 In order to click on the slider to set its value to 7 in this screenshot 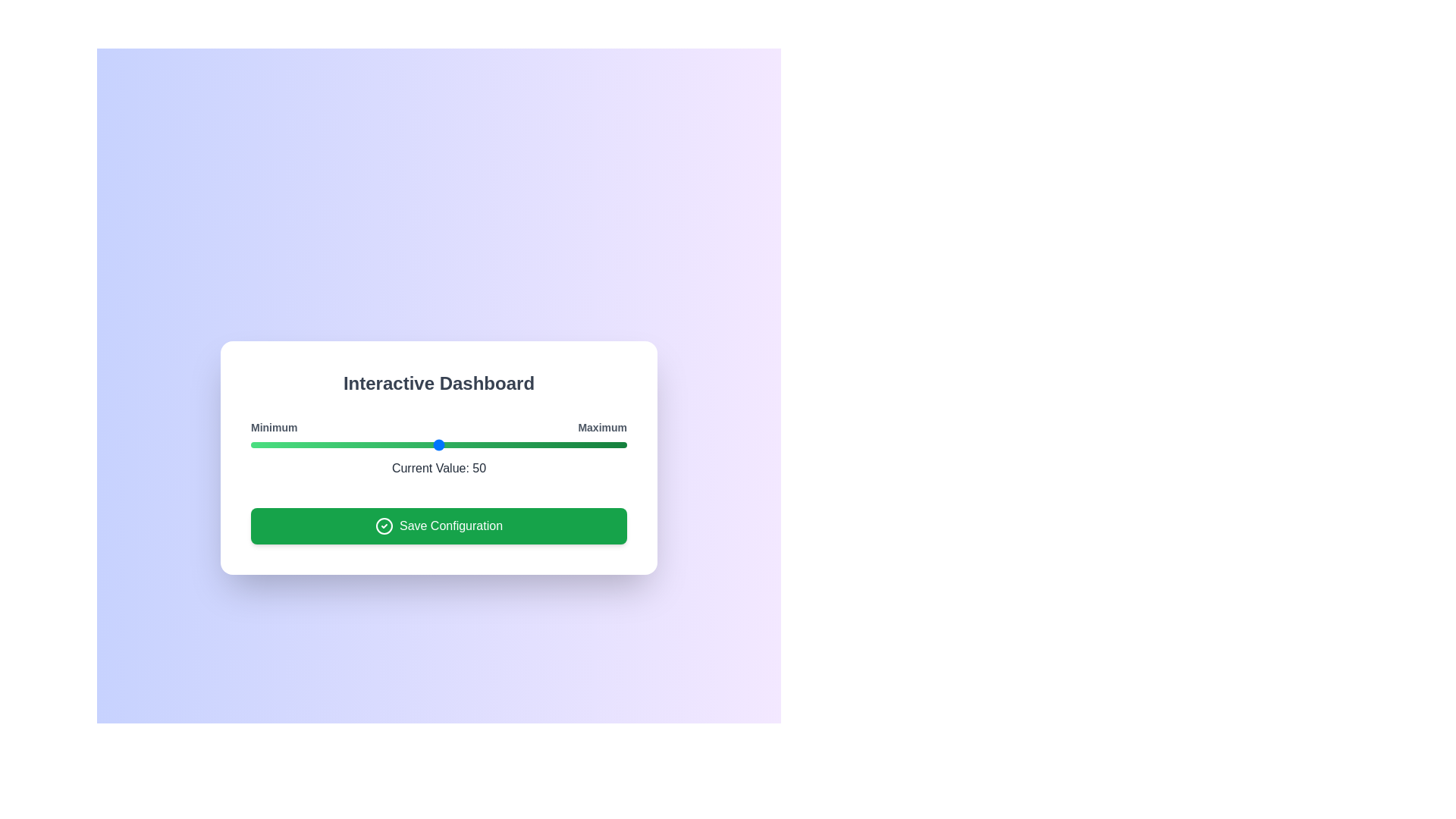, I will do `click(277, 444)`.